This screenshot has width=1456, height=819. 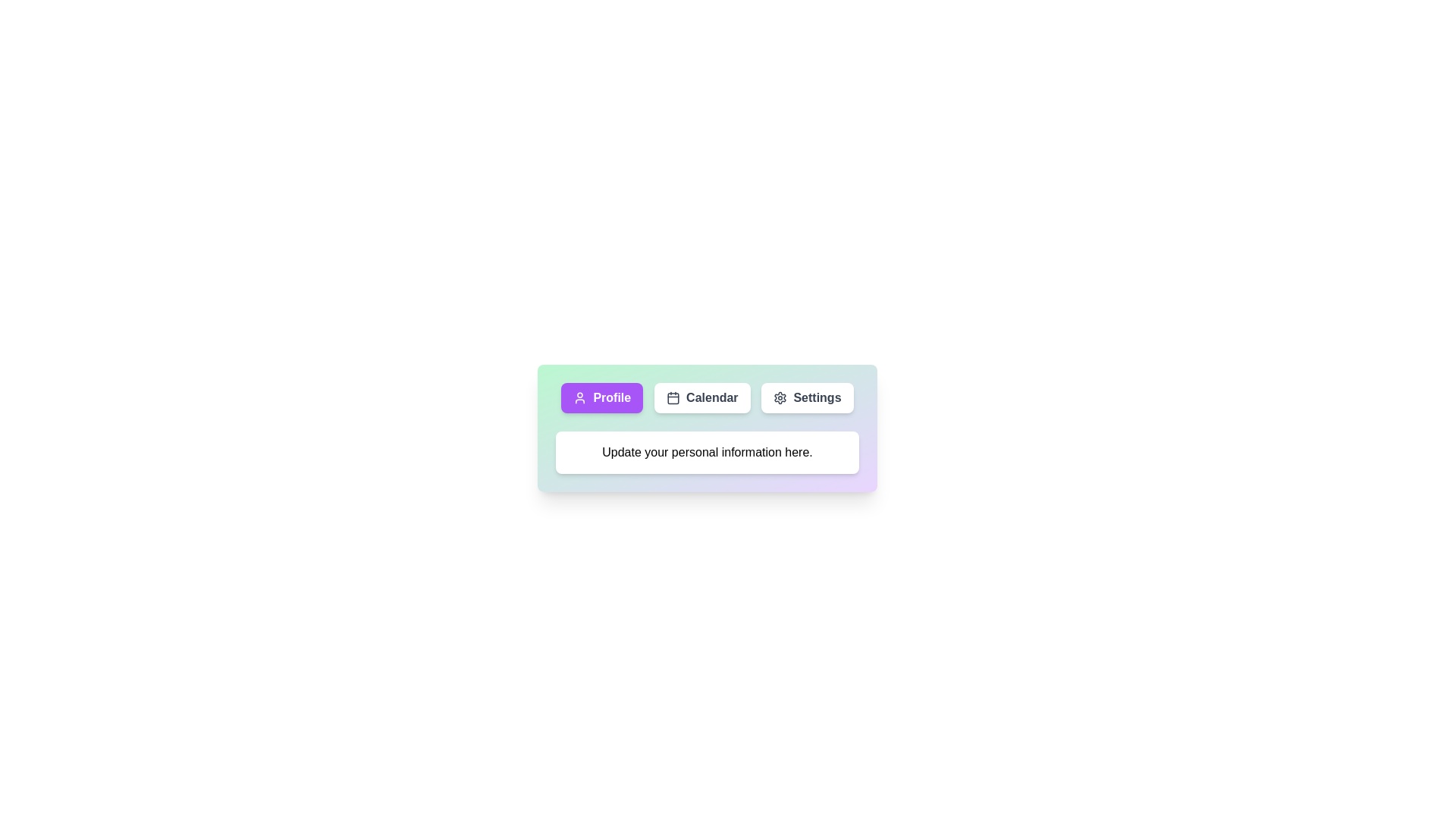 I want to click on the settings icon located to the far right of the horizontal menu that includes 'Profile' and 'Calendar' buttons, so click(x=780, y=397).